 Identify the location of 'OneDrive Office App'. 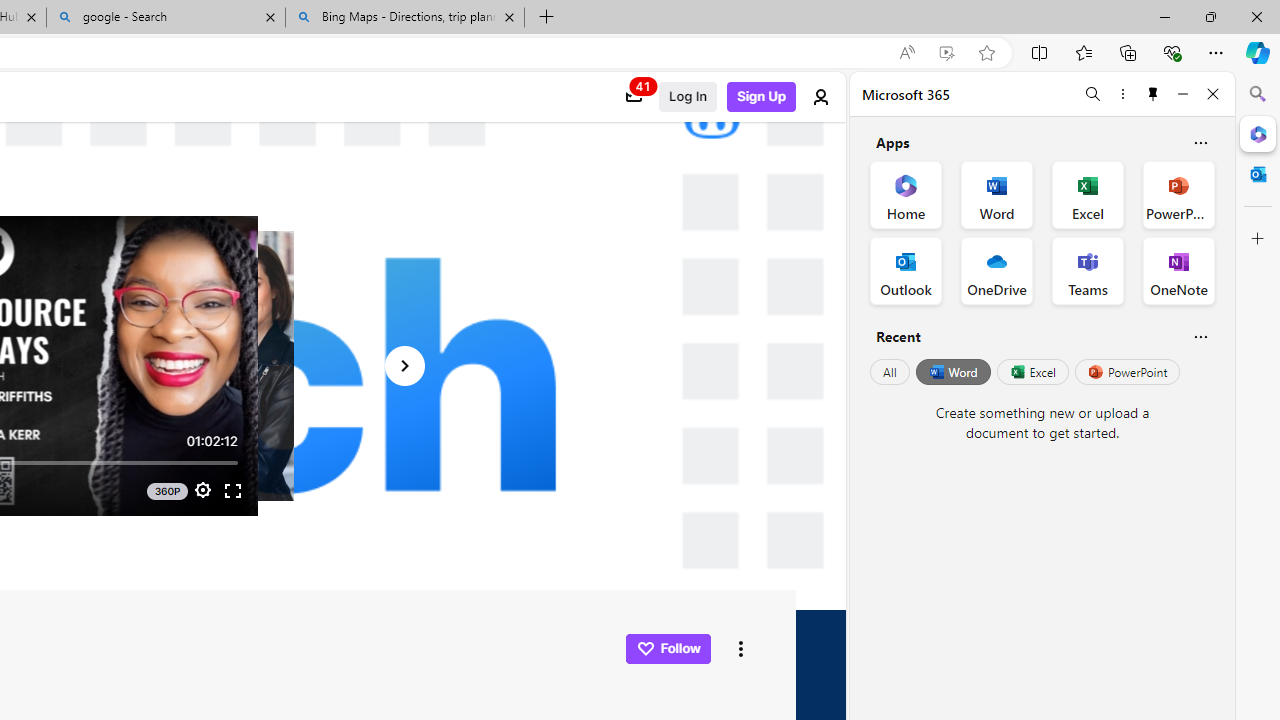
(997, 271).